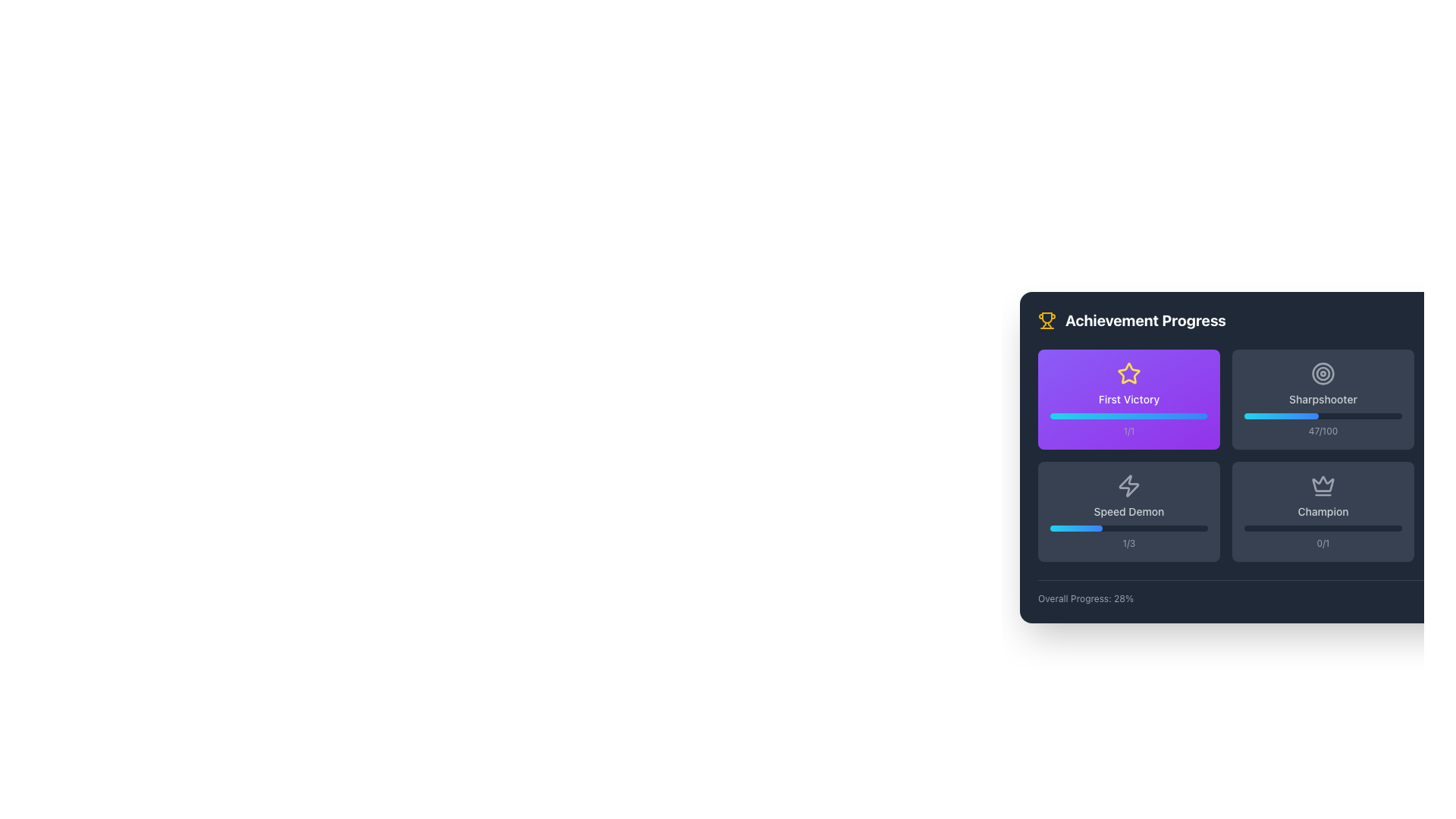  Describe the element at coordinates (1128, 528) in the screenshot. I see `the Progress bar that visually represents the completion status of the 'Speed Demon' achievement, located below the text label 'Speed Demon' and the progress counter '1/3'` at that location.